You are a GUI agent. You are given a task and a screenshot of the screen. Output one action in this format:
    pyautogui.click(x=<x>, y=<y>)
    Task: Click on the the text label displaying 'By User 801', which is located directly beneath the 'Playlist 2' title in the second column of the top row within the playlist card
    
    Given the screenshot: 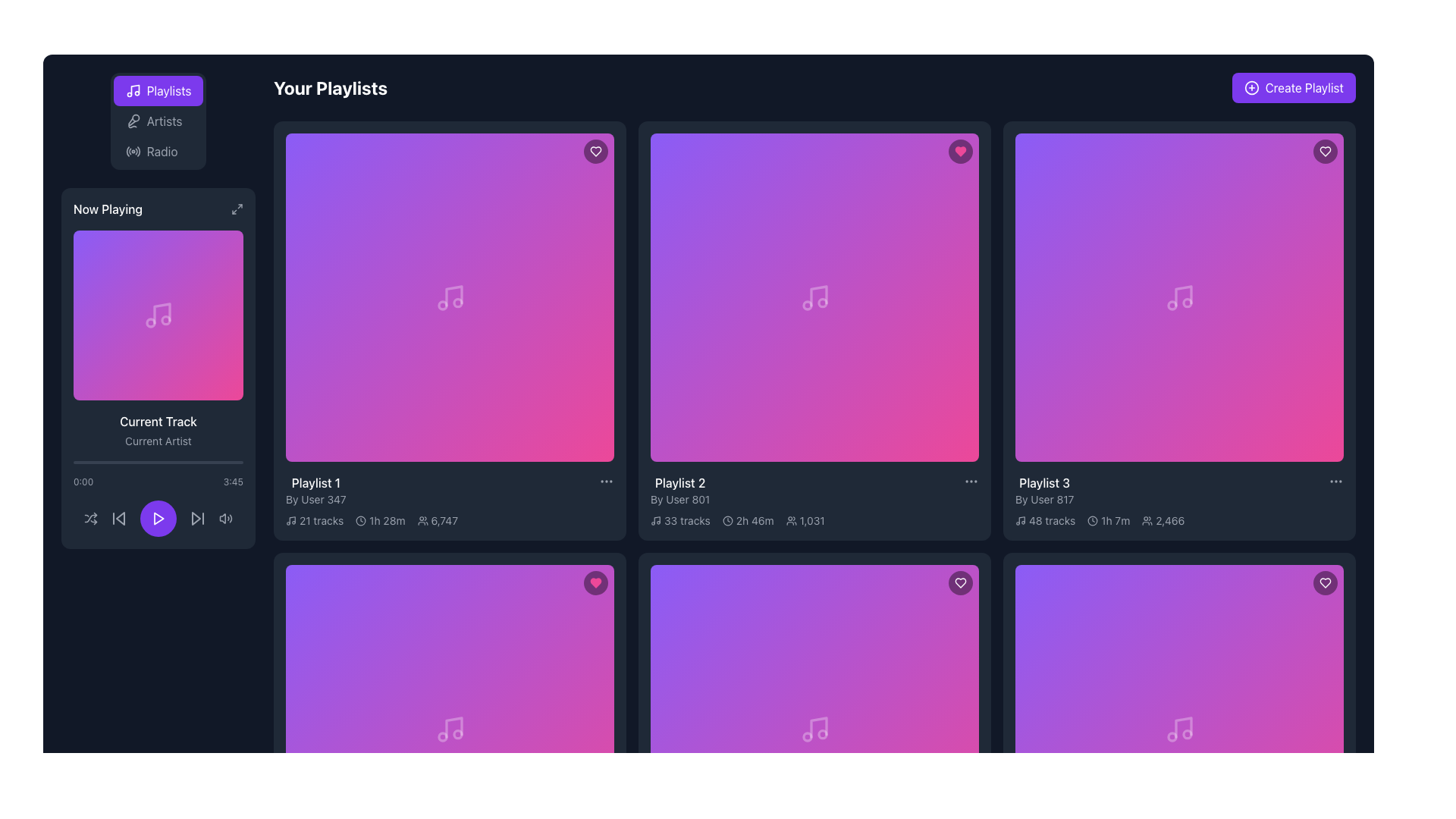 What is the action you would take?
    pyautogui.click(x=679, y=500)
    